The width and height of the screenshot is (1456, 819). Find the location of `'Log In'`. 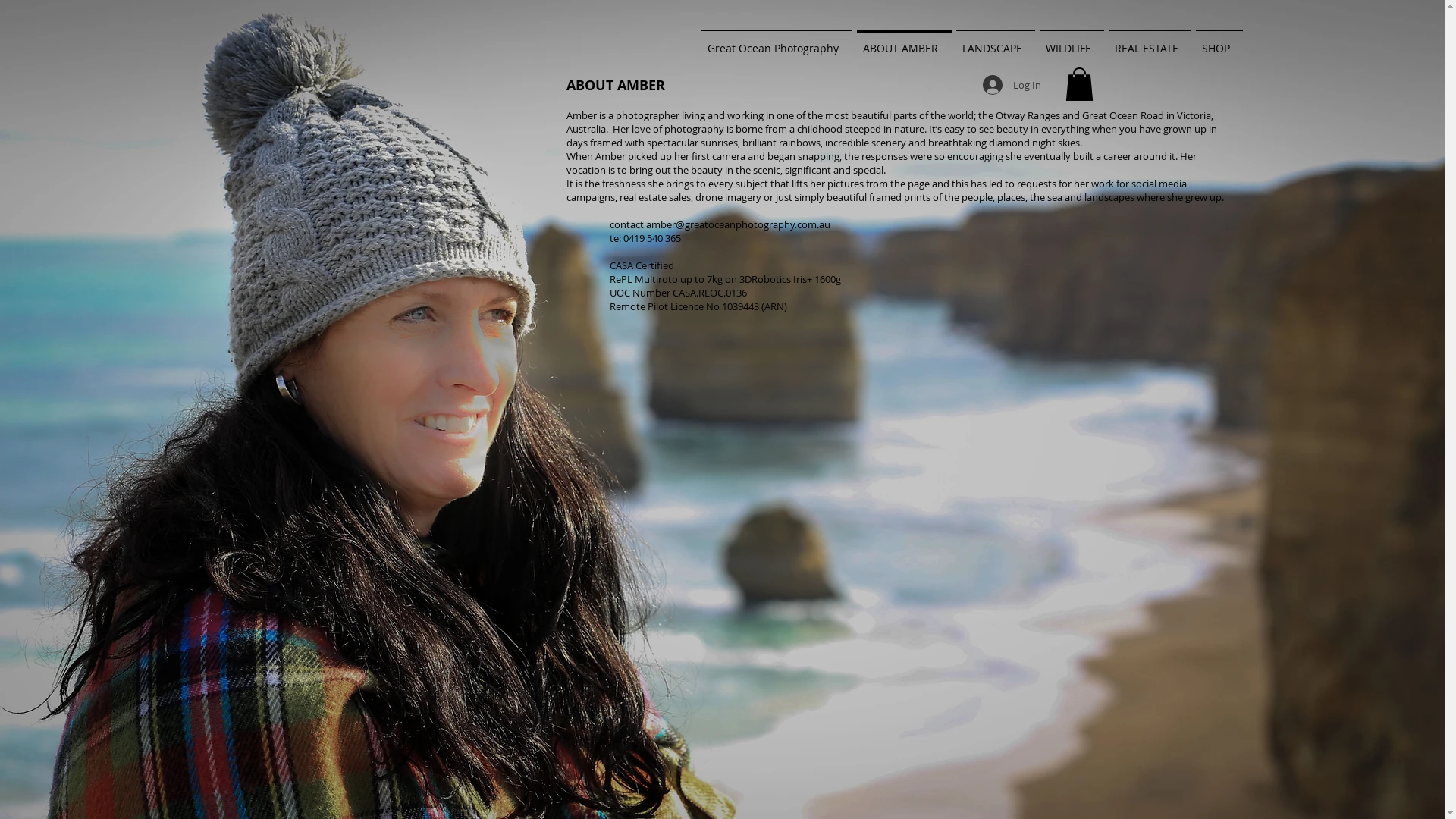

'Log In' is located at coordinates (1012, 84).